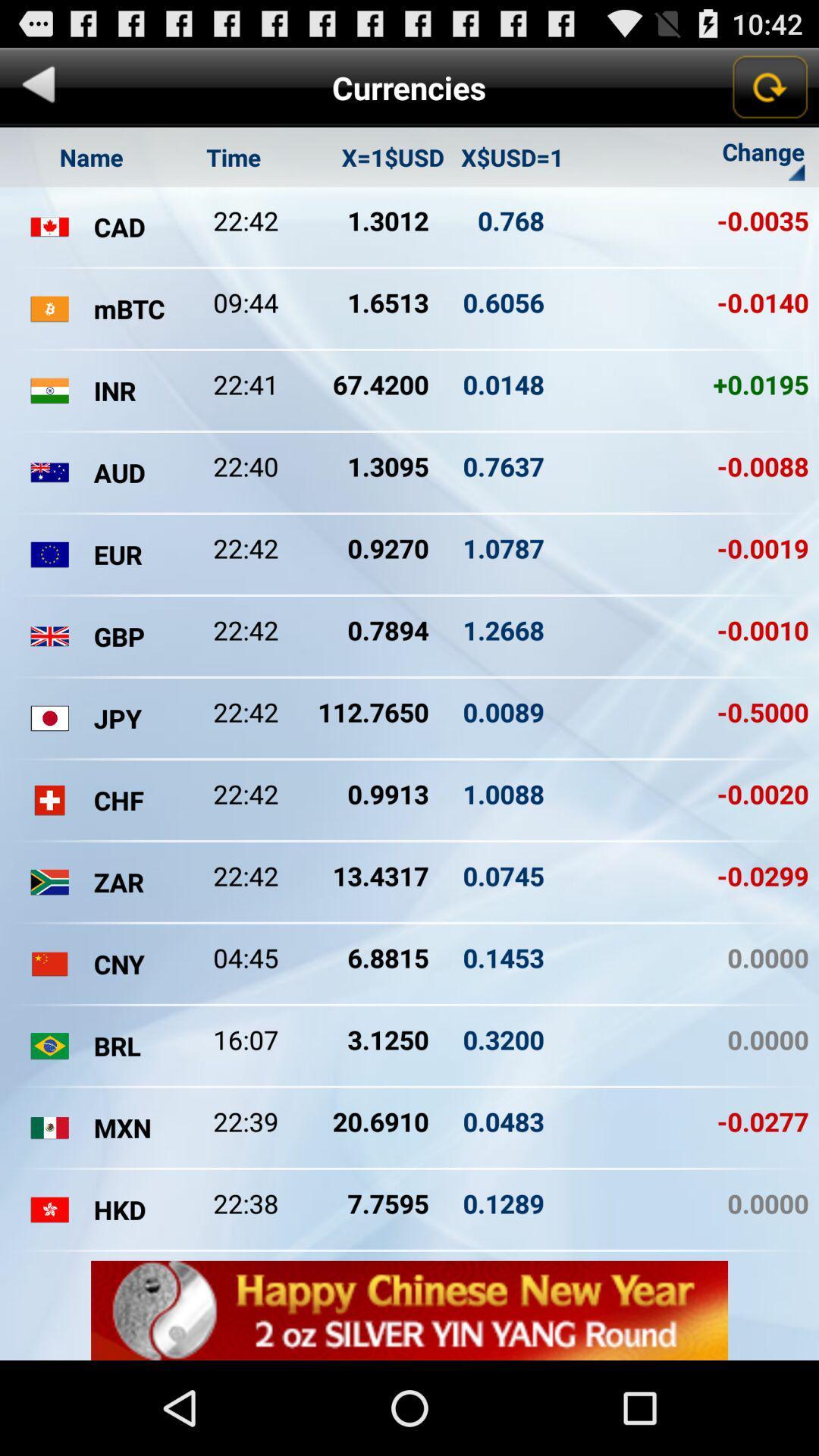 The height and width of the screenshot is (1456, 819). What do you see at coordinates (38, 93) in the screenshot?
I see `the arrow_backward icon` at bounding box center [38, 93].